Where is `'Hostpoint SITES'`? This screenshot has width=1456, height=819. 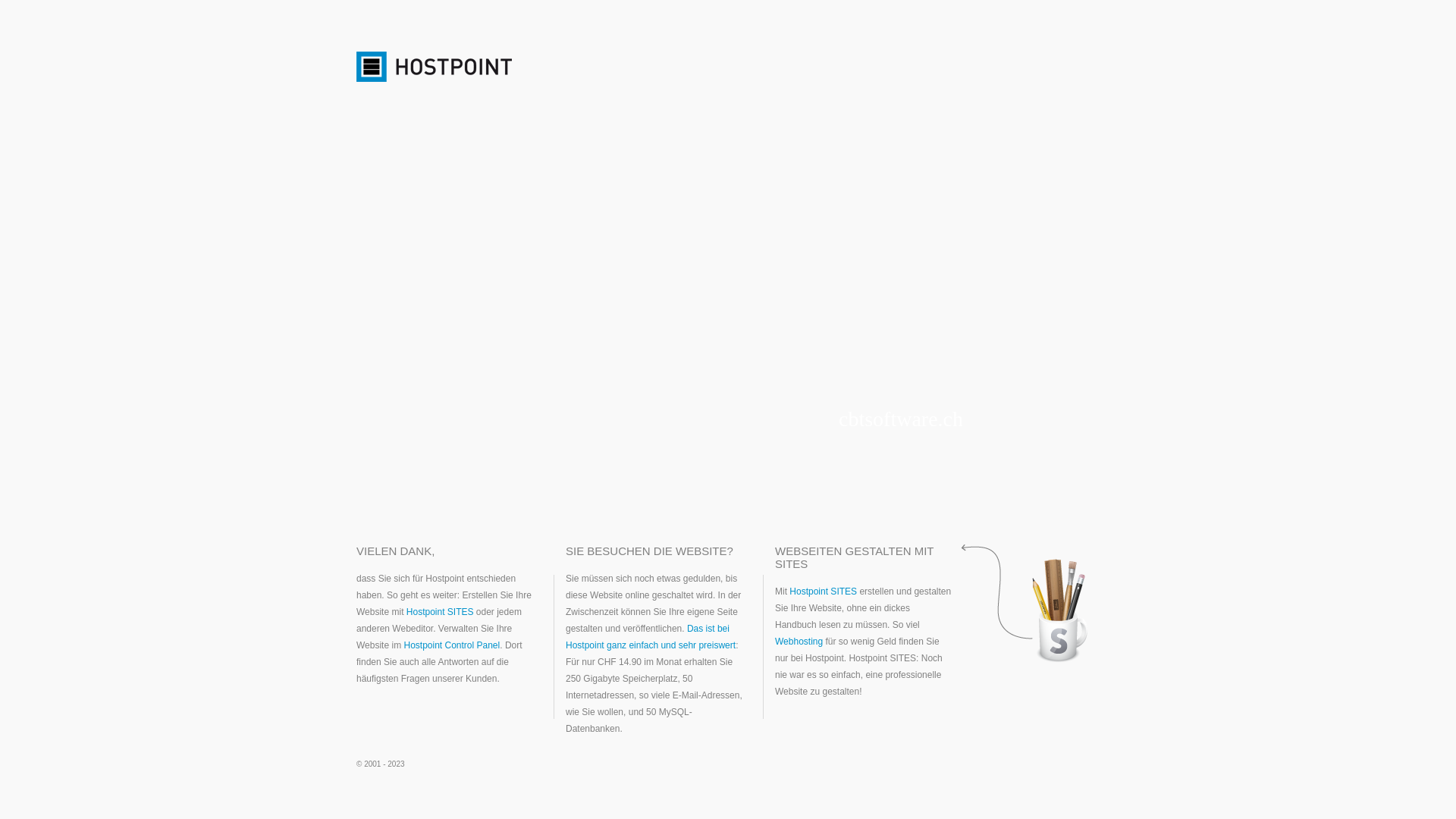
'Hostpoint SITES' is located at coordinates (789, 590).